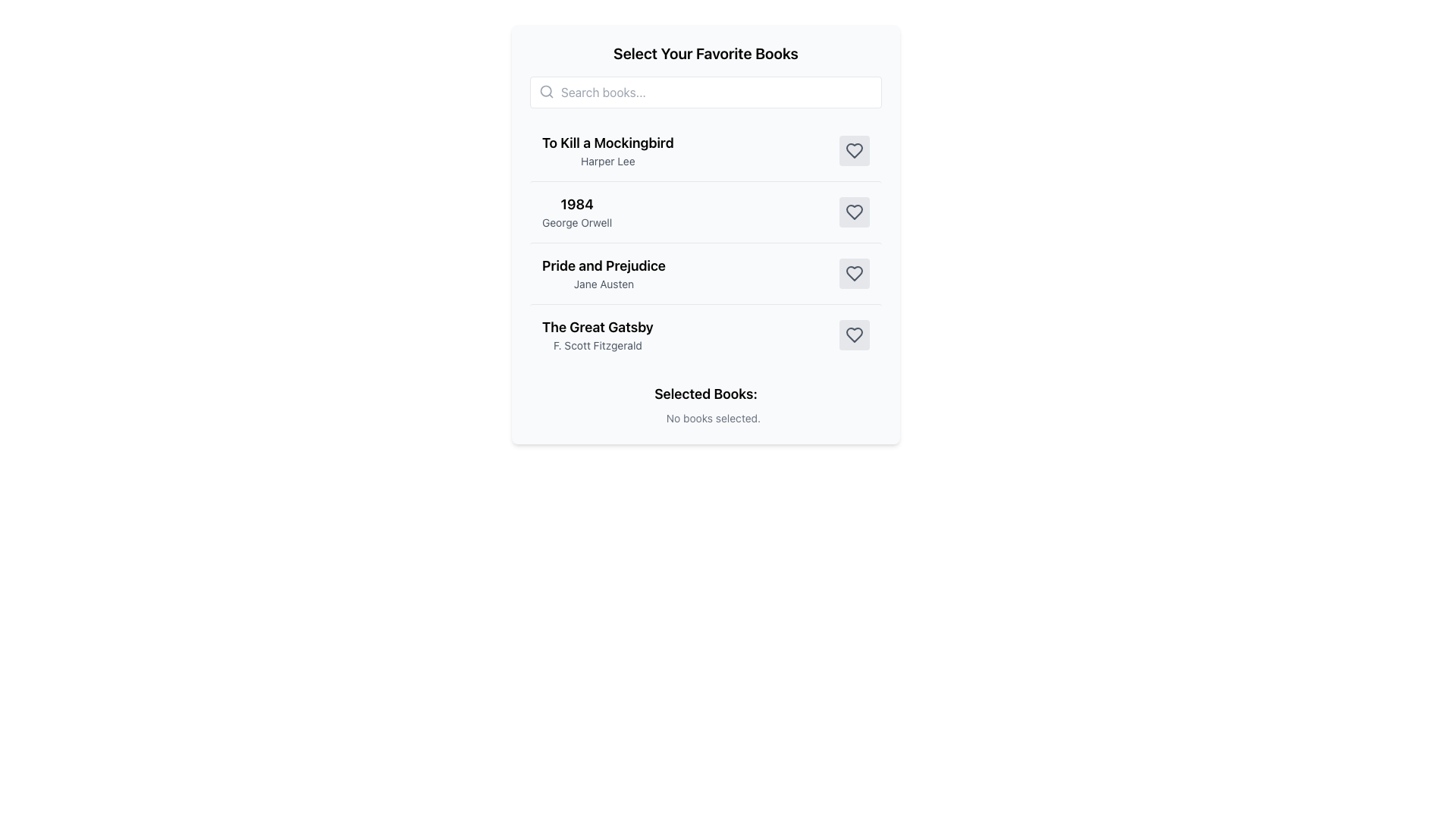 The image size is (1456, 819). Describe the element at coordinates (603, 274) in the screenshot. I see `the Text Block displaying 'Pride and Prejudice' by Jane Austen located in the third position of the book list` at that location.